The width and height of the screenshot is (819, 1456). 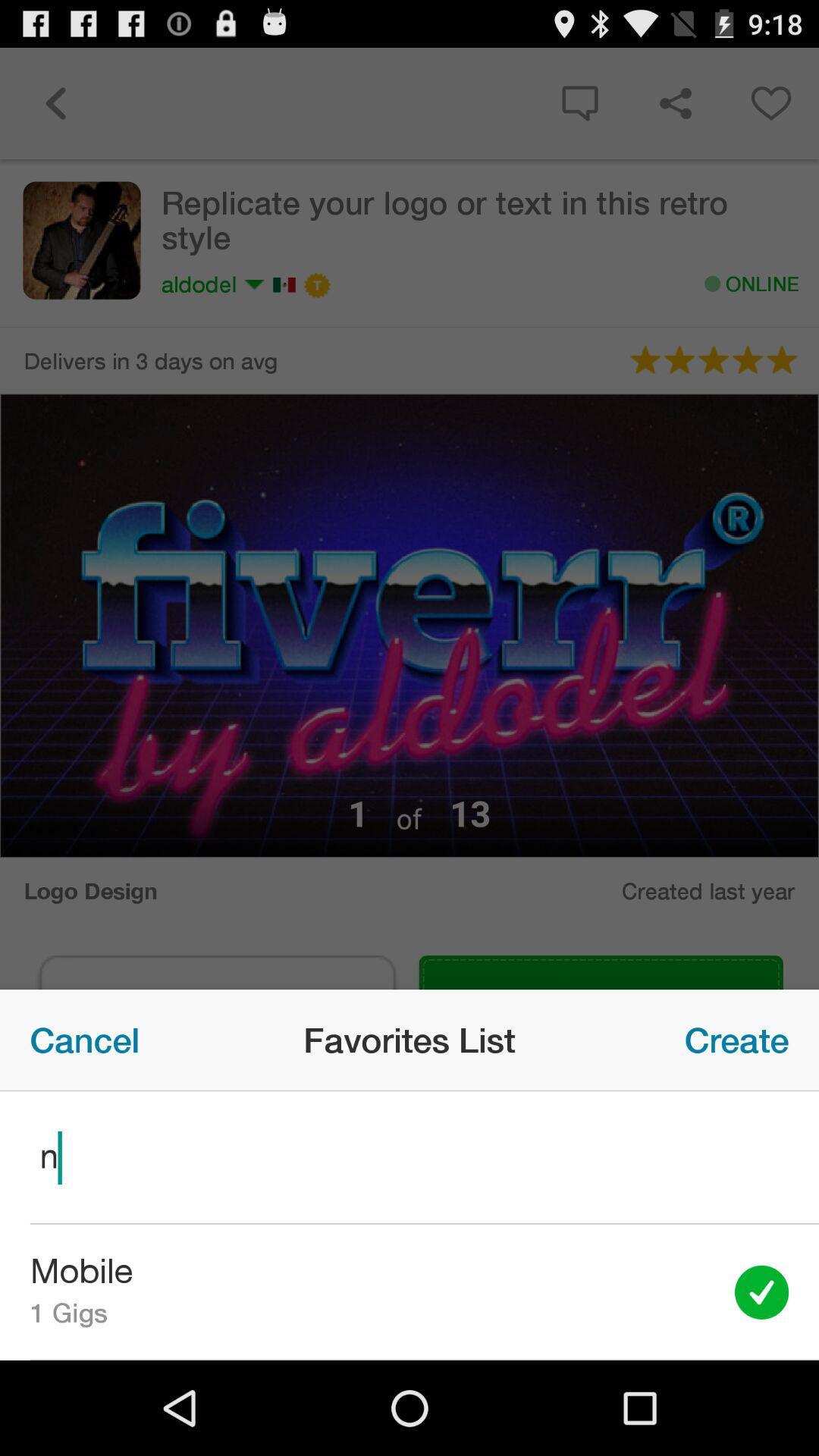 I want to click on the cancel, so click(x=84, y=1039).